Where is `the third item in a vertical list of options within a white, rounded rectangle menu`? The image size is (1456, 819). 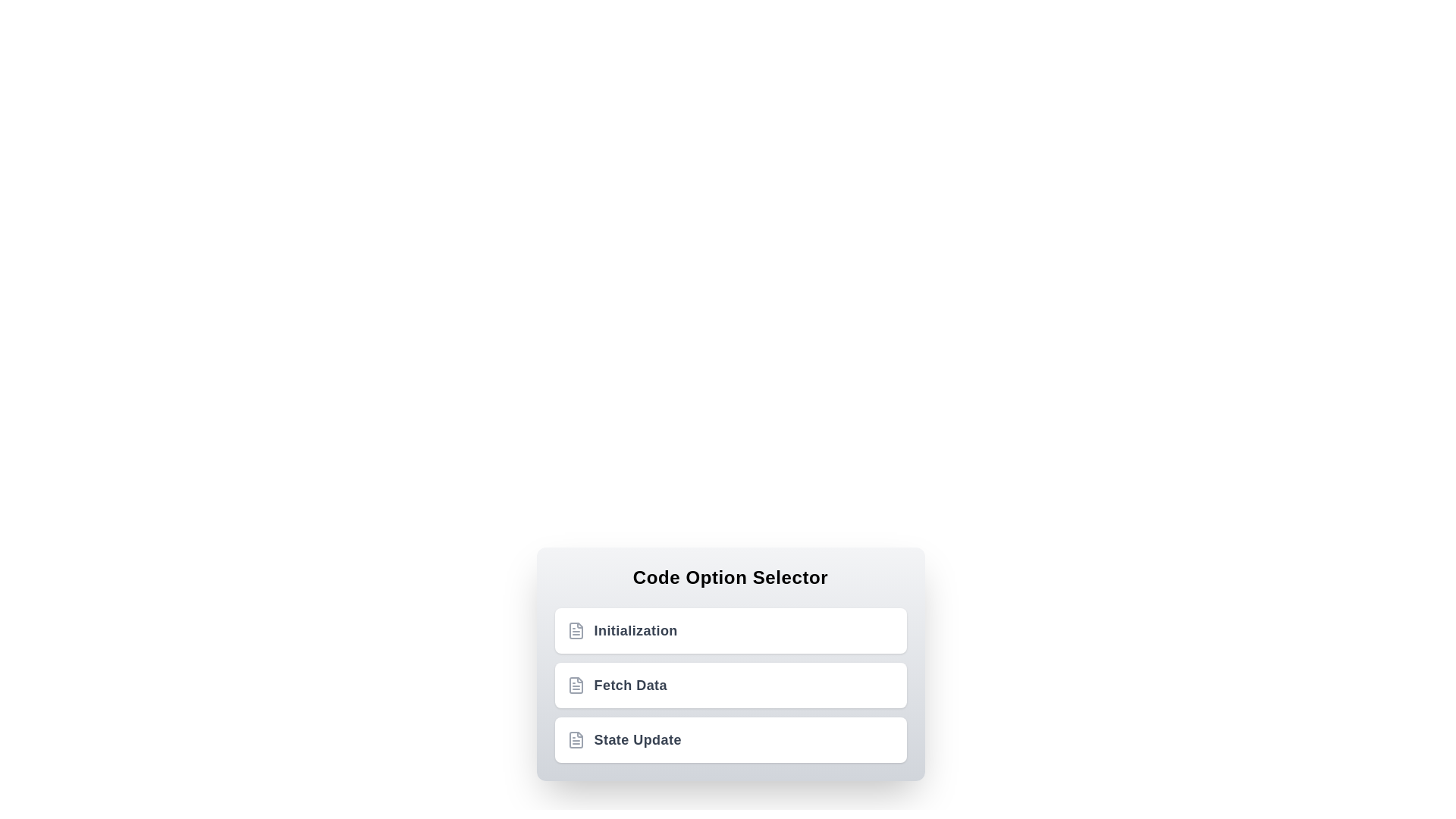 the third item in a vertical list of options within a white, rounded rectangle menu is located at coordinates (638, 739).